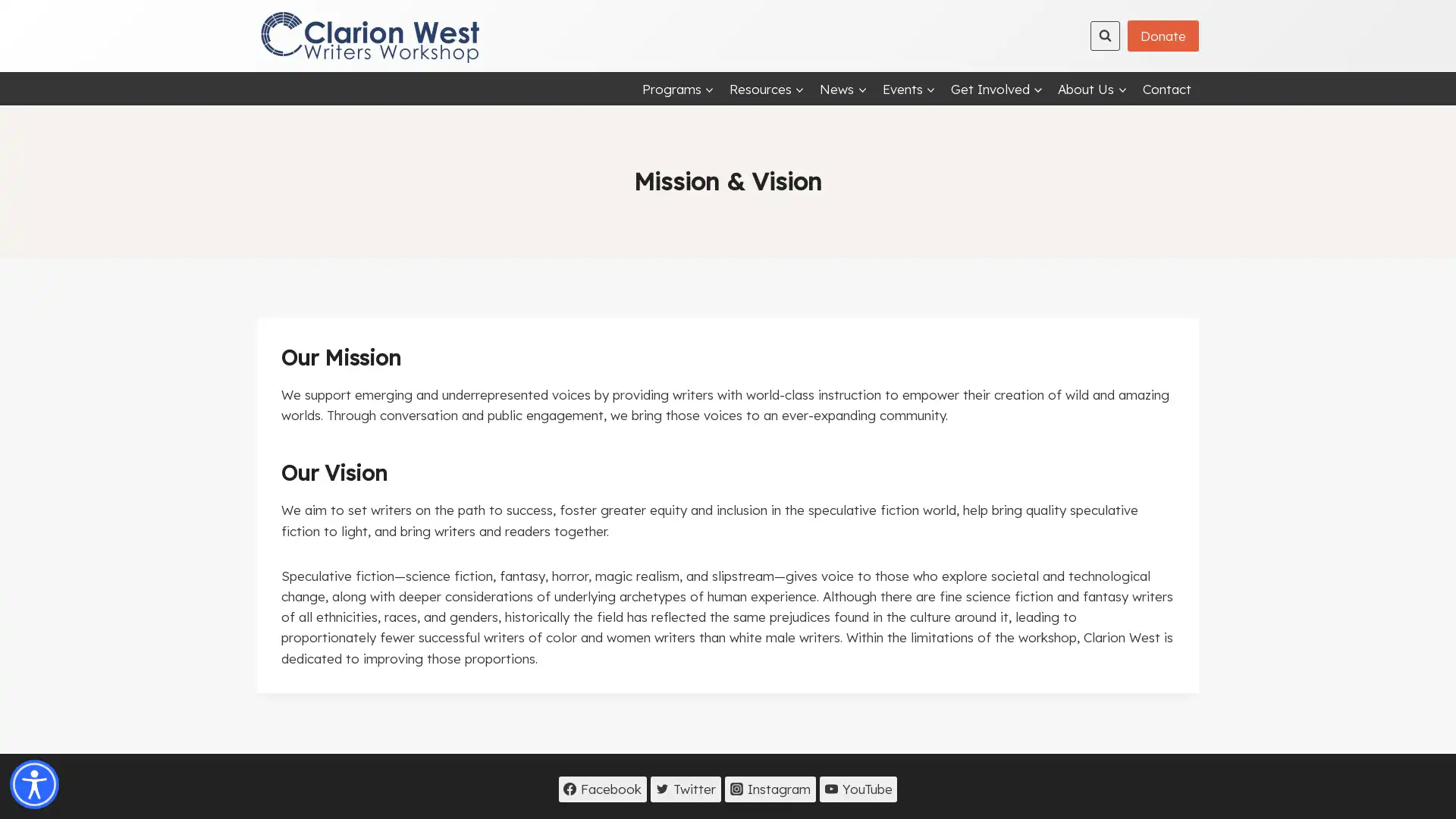  Describe the element at coordinates (1092, 88) in the screenshot. I see `Expand child menu` at that location.